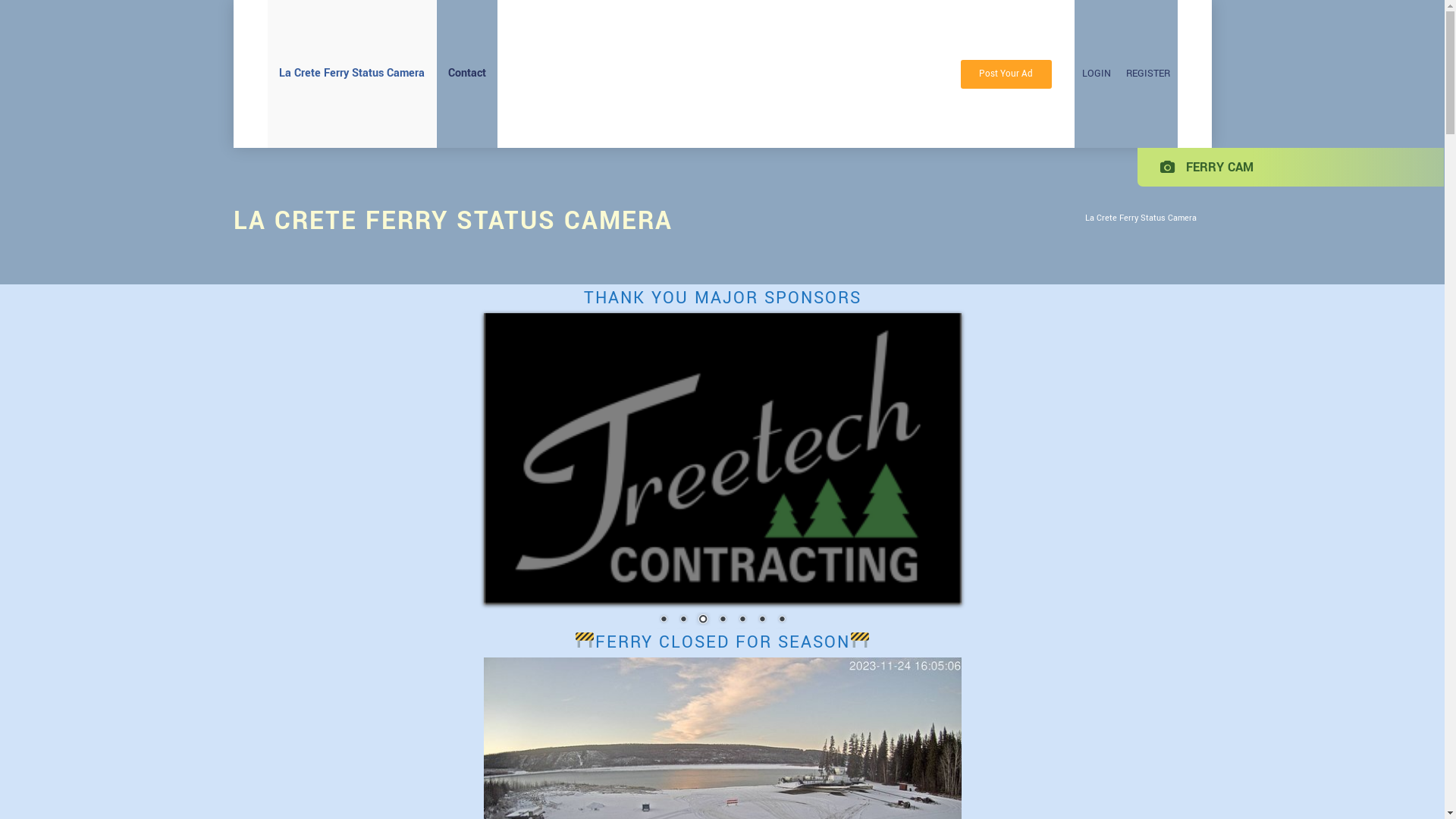 This screenshot has width=1456, height=819. Describe the element at coordinates (1005, 74) in the screenshot. I see `'Post Your Ad'` at that location.